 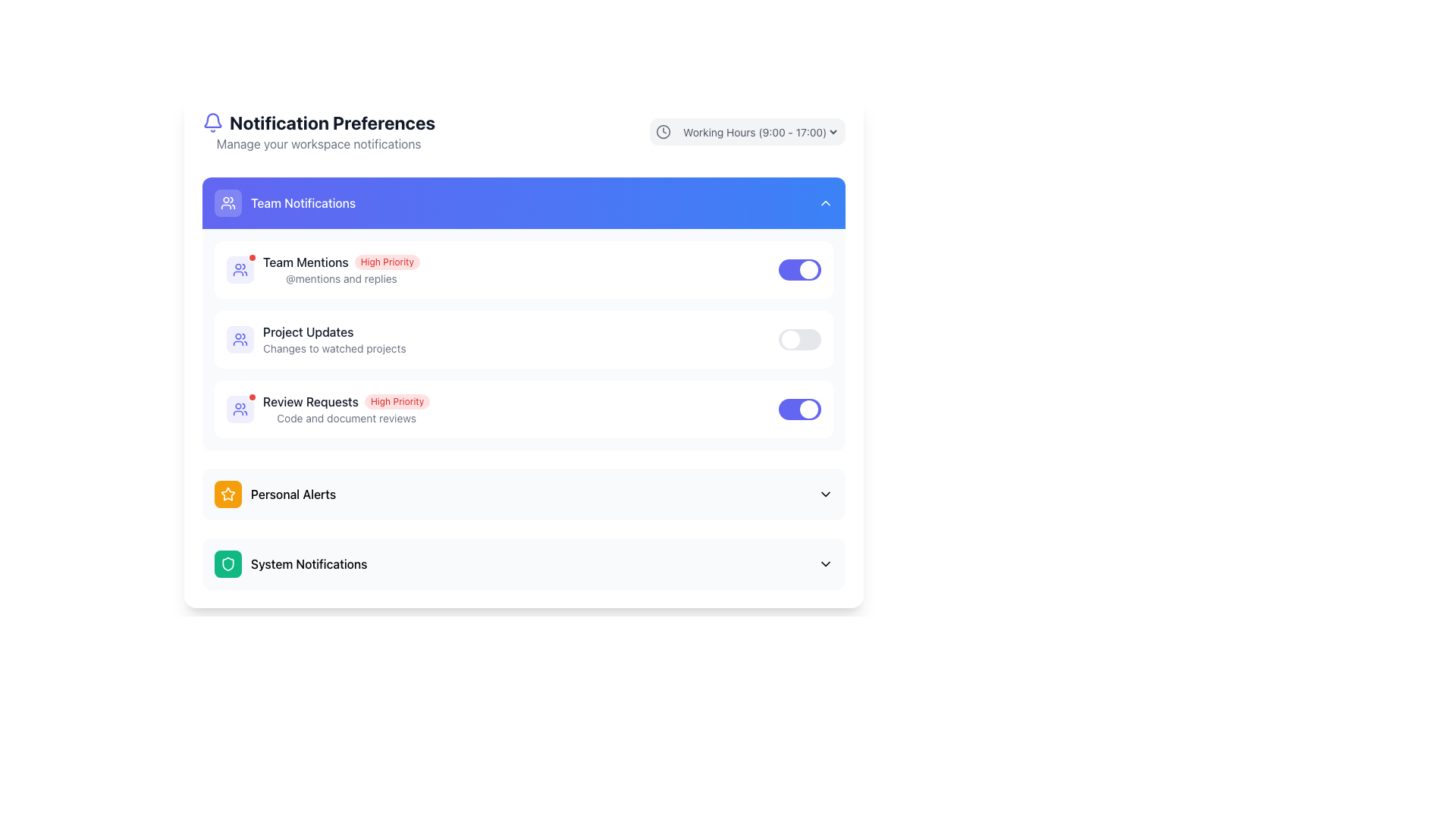 I want to click on the 'High Priority' notification label in the 'Team Notifications' section, which indicates the 'Team Mentions' category, so click(x=340, y=262).